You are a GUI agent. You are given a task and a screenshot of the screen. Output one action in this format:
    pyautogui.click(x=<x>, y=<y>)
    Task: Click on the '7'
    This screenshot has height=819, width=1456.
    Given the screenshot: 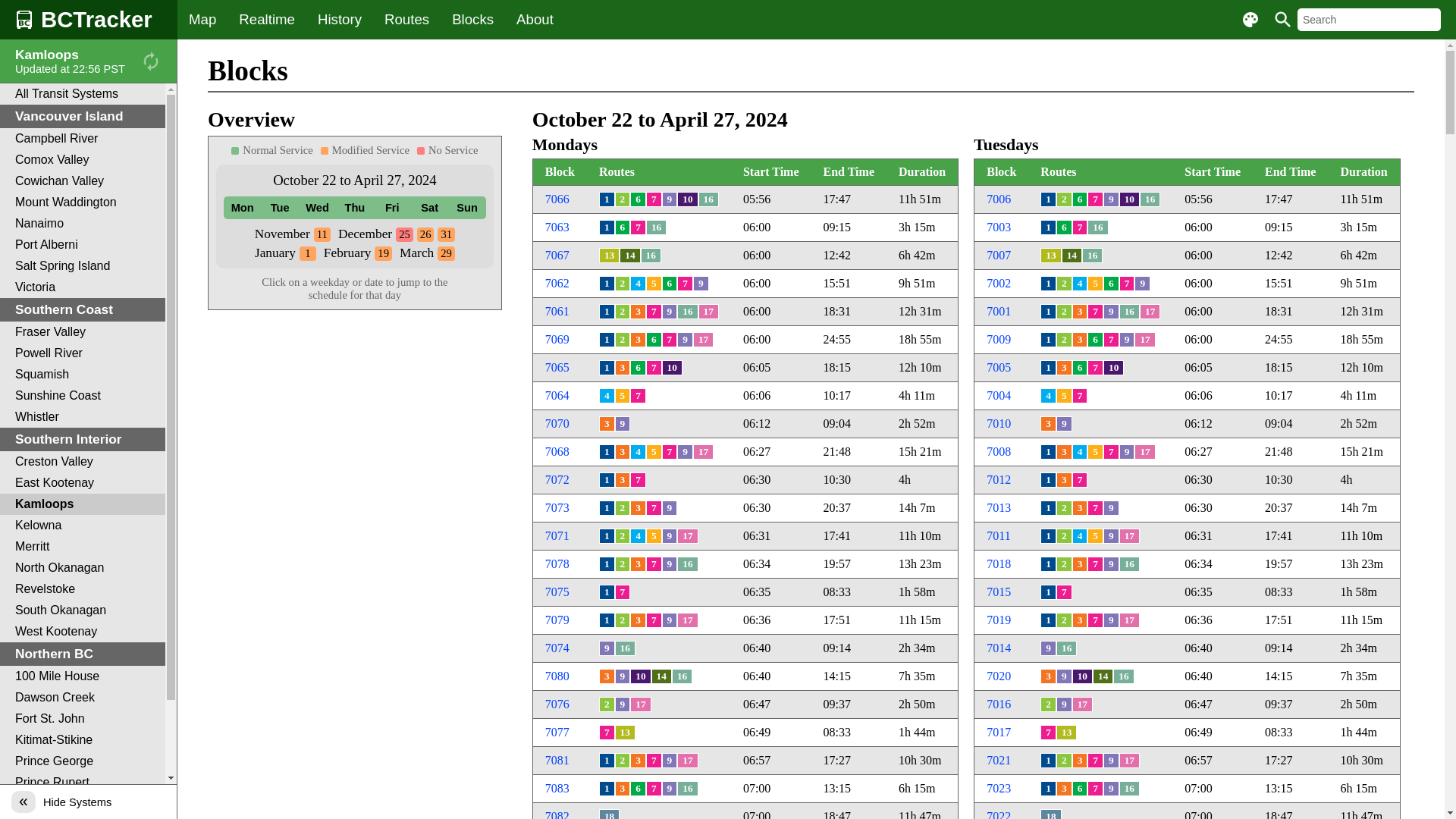 What is the action you would take?
    pyautogui.click(x=669, y=338)
    